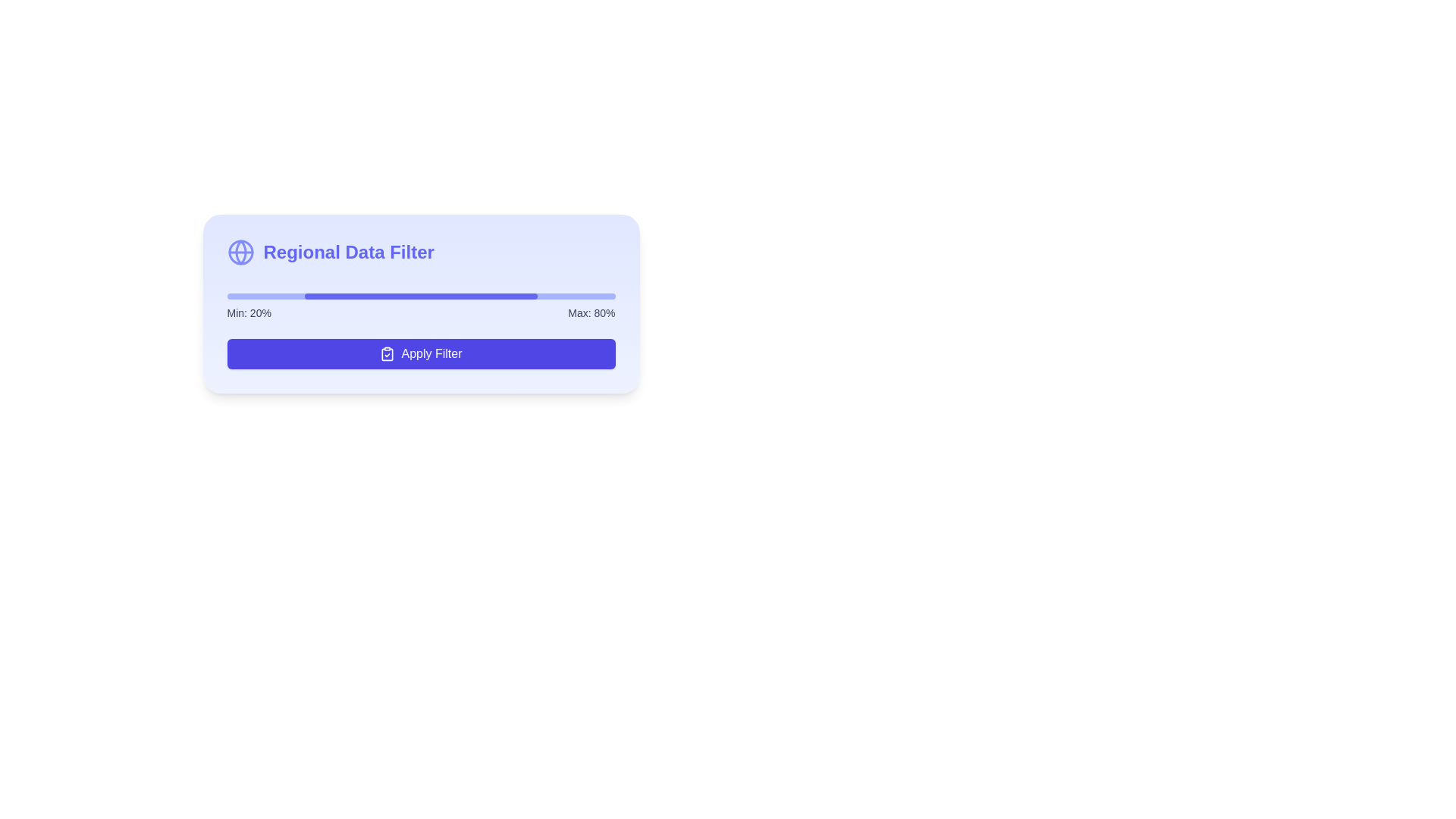  I want to click on the 'Regional Data Filter' text label, which is styled in bold and is likely a header, positioned to the right of a globe icon in the upper section of the interface, so click(348, 251).